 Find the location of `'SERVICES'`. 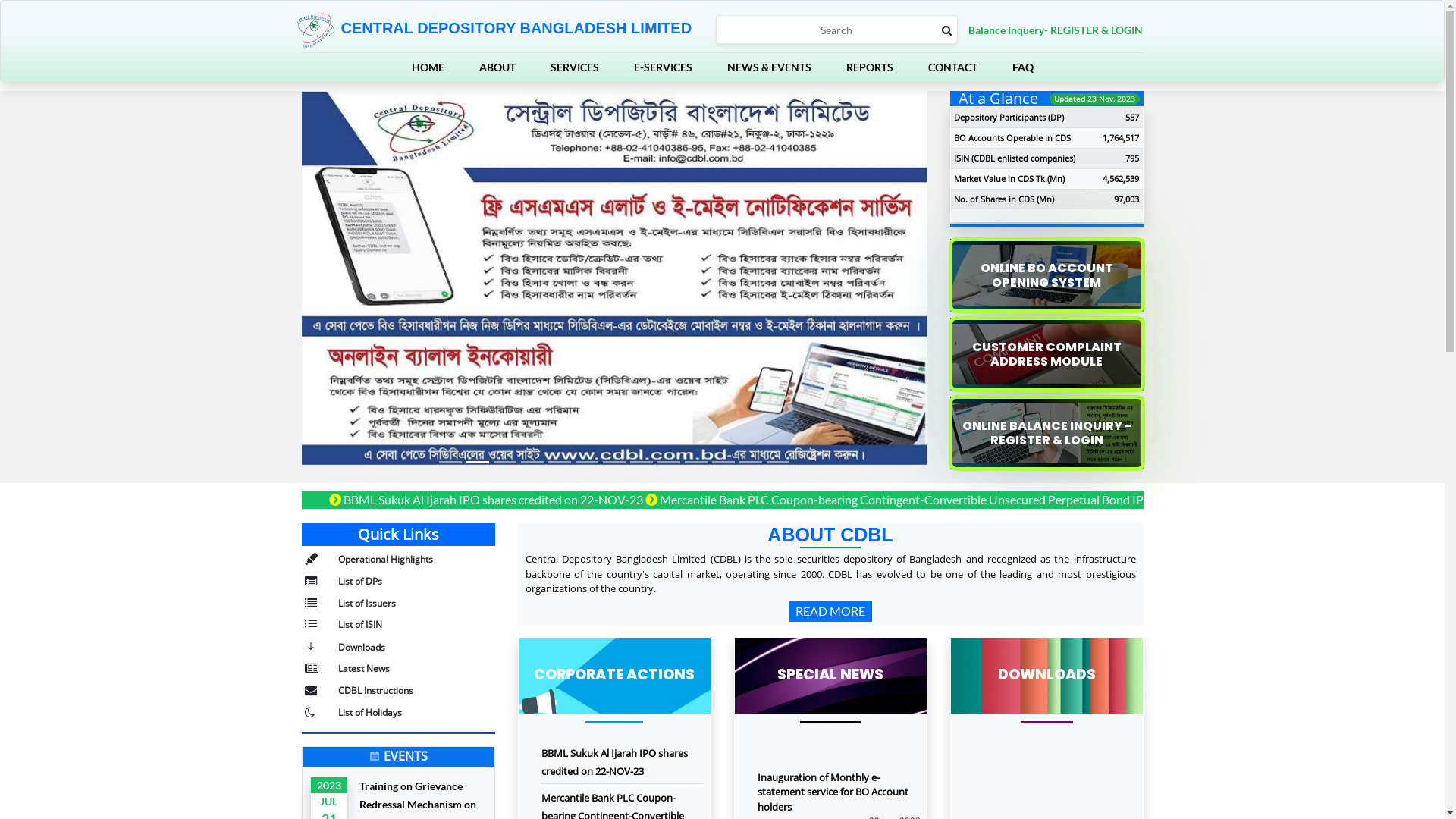

'SERVICES' is located at coordinates (574, 66).